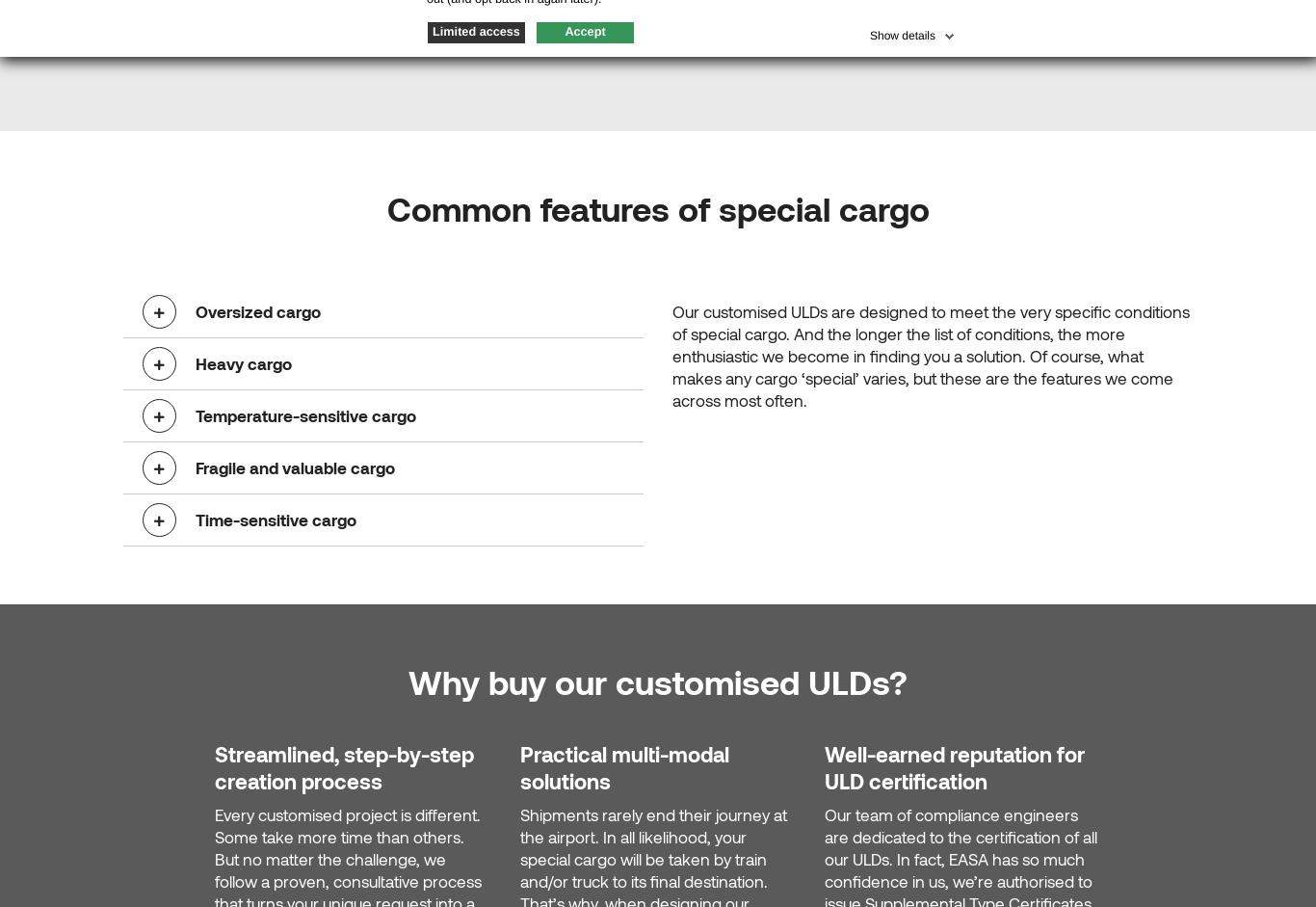  What do you see at coordinates (194, 414) in the screenshot?
I see `'Temperature-sensitive cargo'` at bounding box center [194, 414].